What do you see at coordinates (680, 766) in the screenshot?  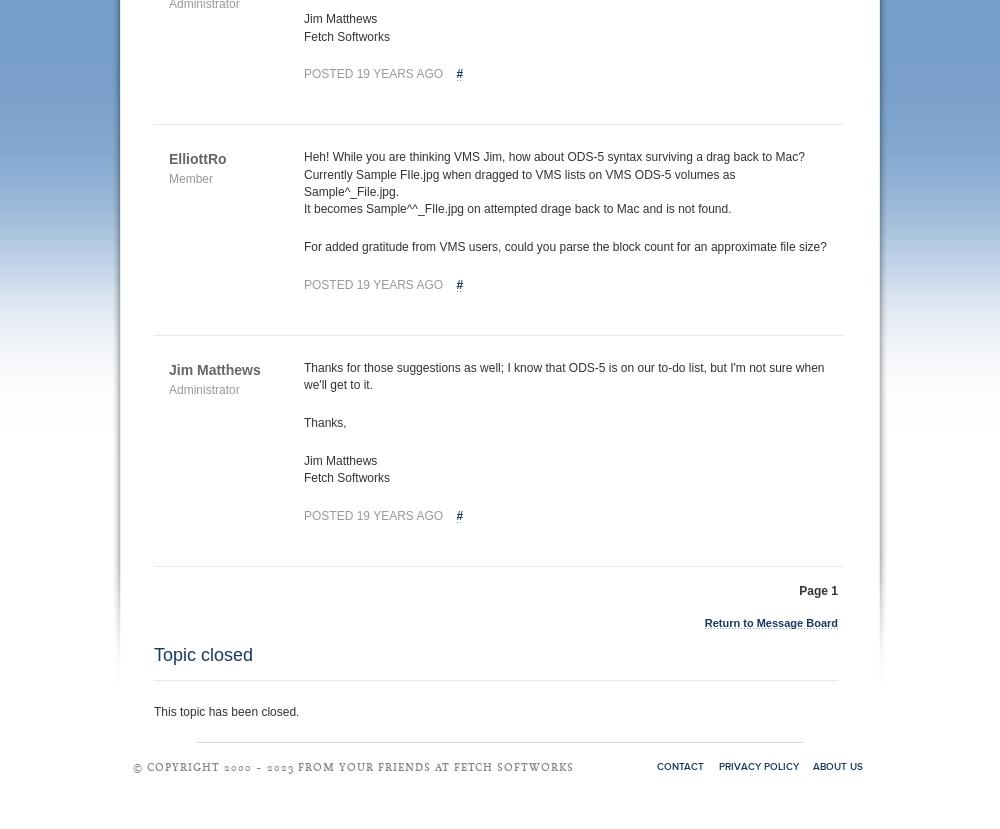 I see `'Contact'` at bounding box center [680, 766].